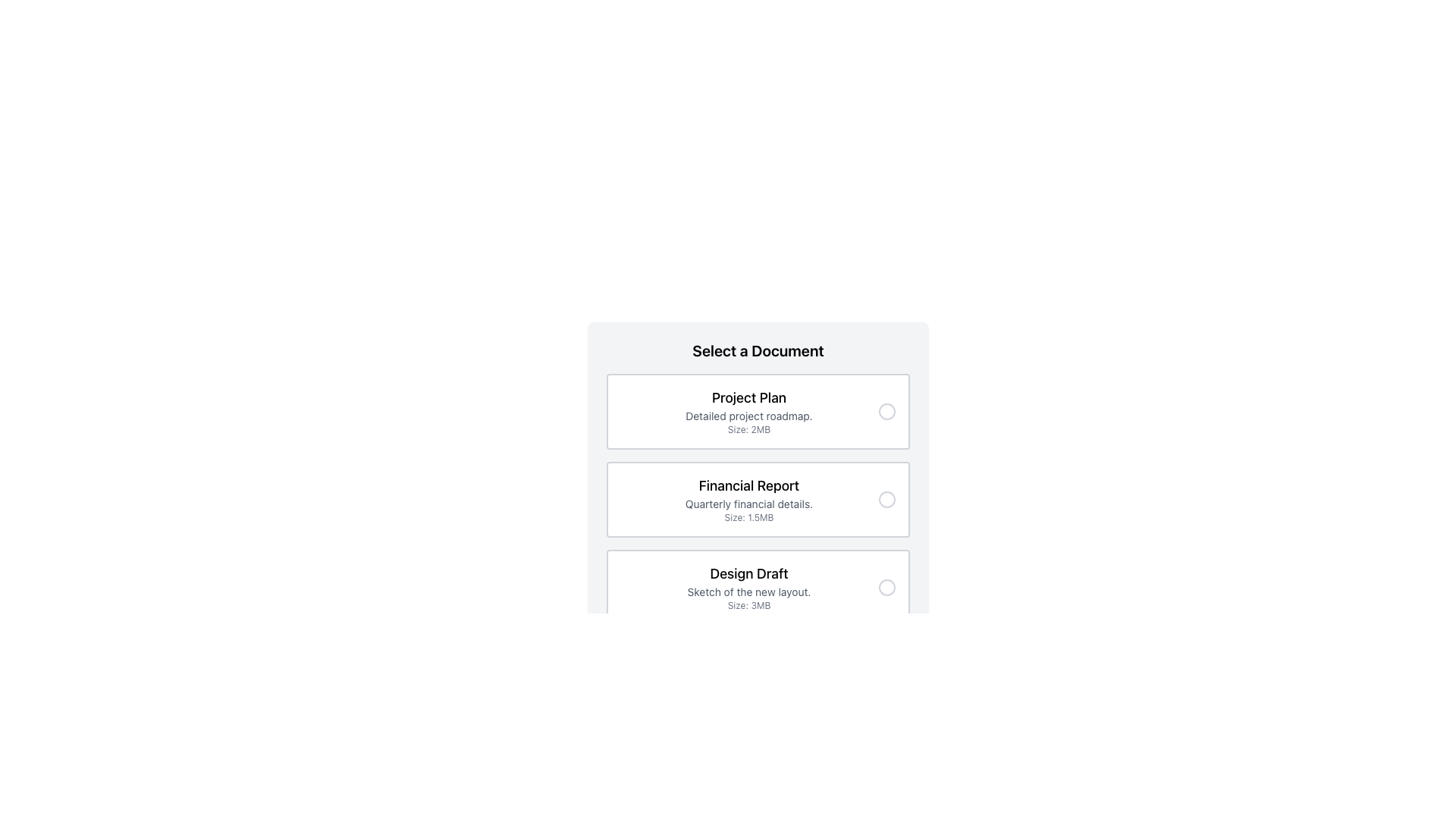 Image resolution: width=1456 pixels, height=819 pixels. Describe the element at coordinates (749, 504) in the screenshot. I see `the descriptive text element located beneath the 'Financial Report' title and above the 'Size: 1.5MB' text, which provides details about the 'Financial Report' option` at that location.